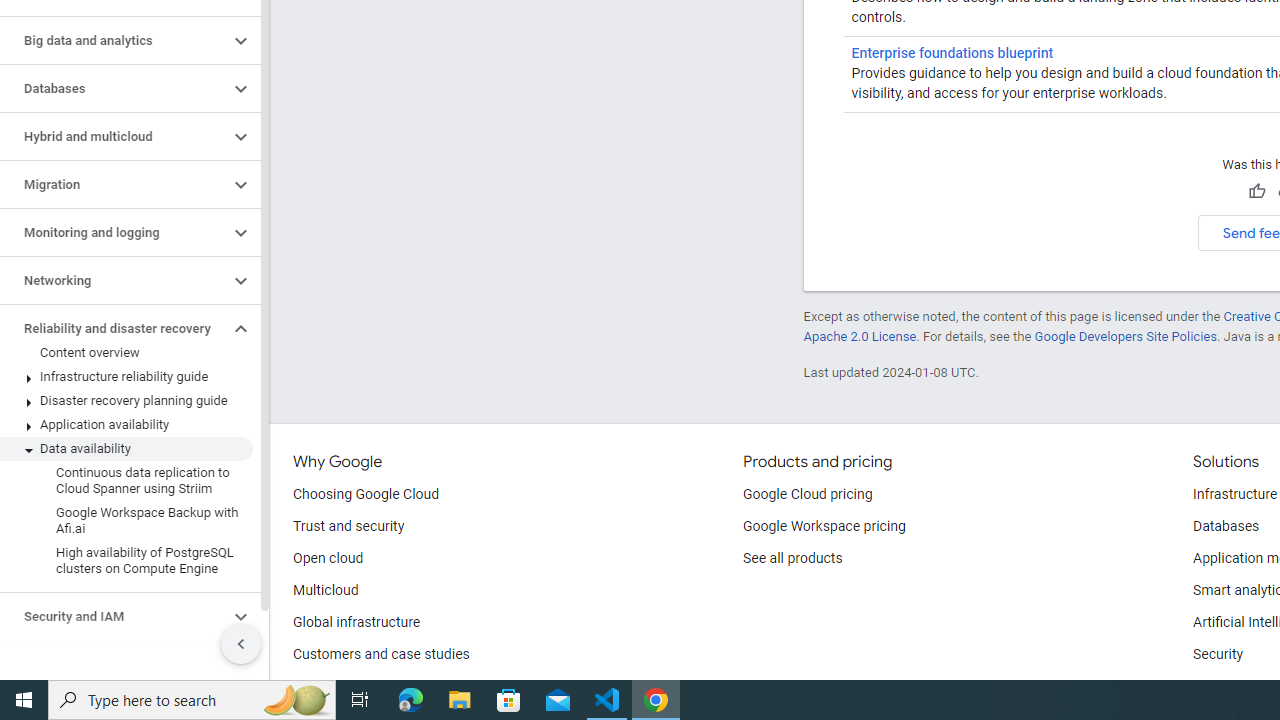  Describe the element at coordinates (125, 352) in the screenshot. I see `'Content overview'` at that location.